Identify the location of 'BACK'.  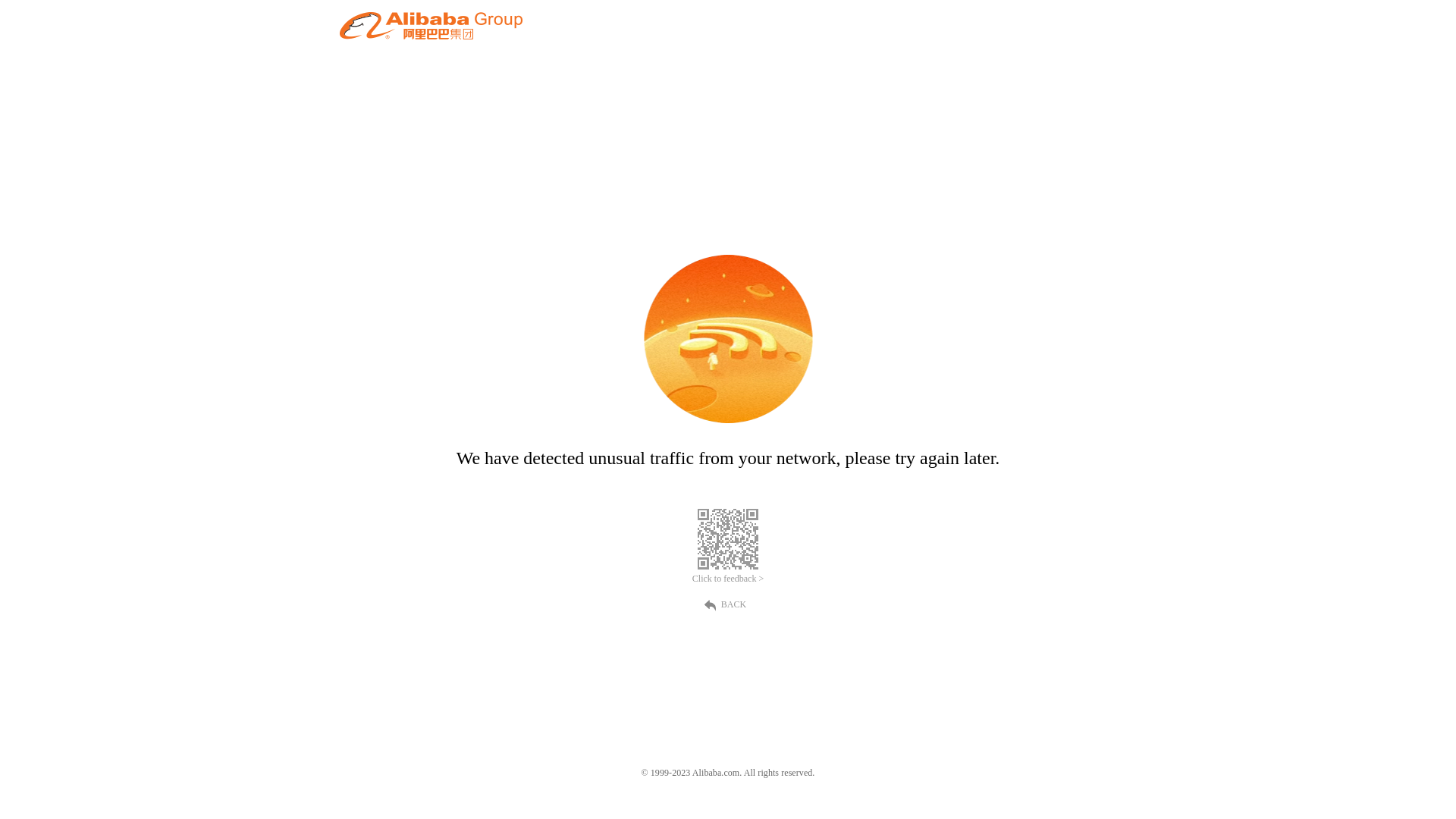
(728, 602).